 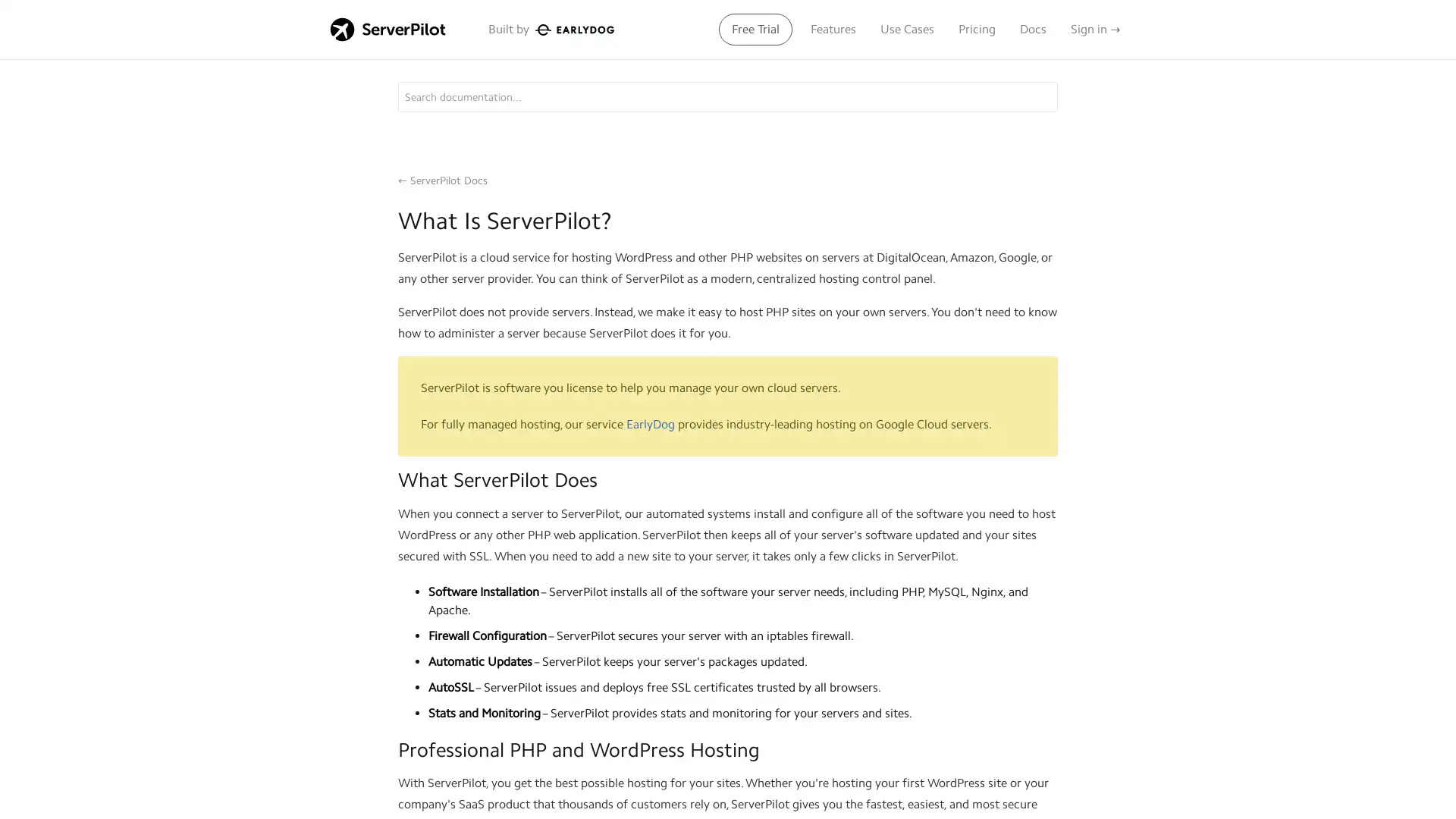 I want to click on Sign in, so click(x=1095, y=29).